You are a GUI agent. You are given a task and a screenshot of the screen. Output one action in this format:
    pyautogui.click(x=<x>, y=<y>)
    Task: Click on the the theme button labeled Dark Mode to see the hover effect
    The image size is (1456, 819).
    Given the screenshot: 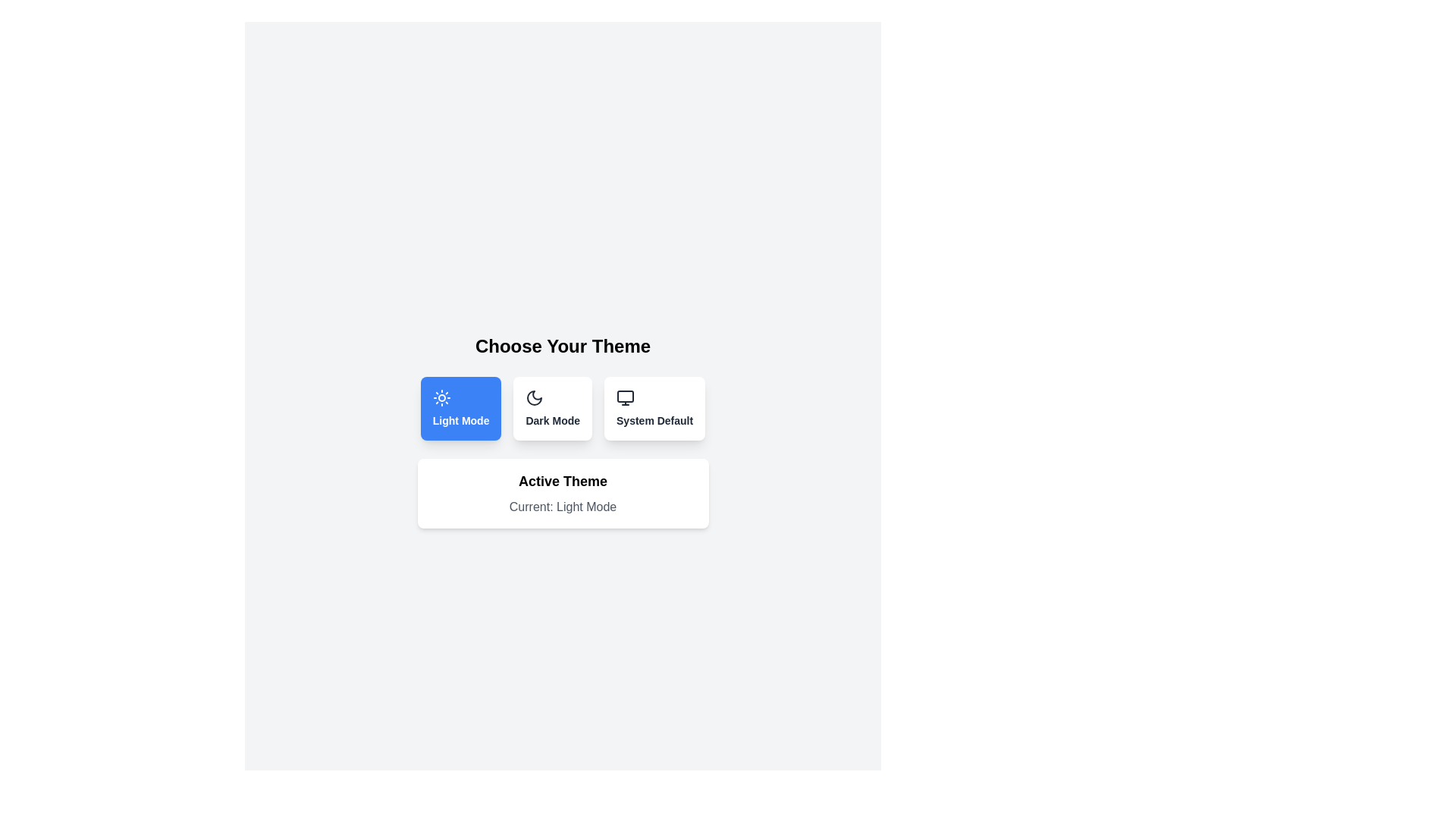 What is the action you would take?
    pyautogui.click(x=552, y=408)
    